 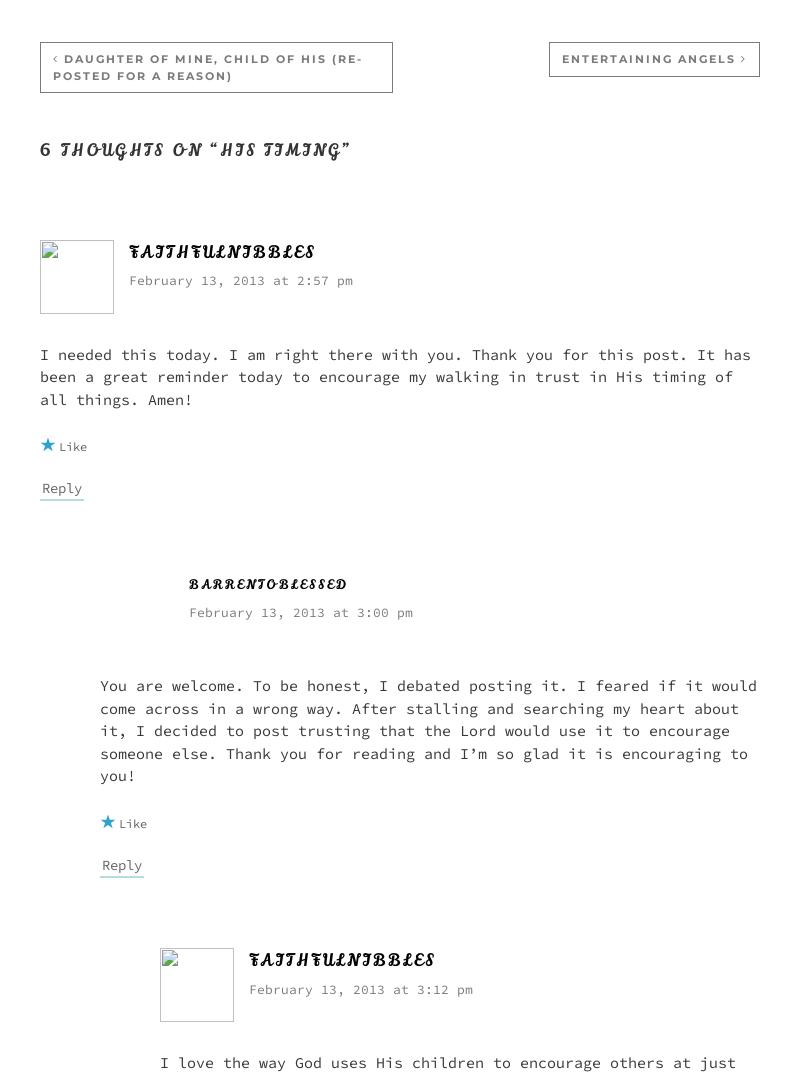 I want to click on 'Entertaining Angels', so click(x=562, y=58).